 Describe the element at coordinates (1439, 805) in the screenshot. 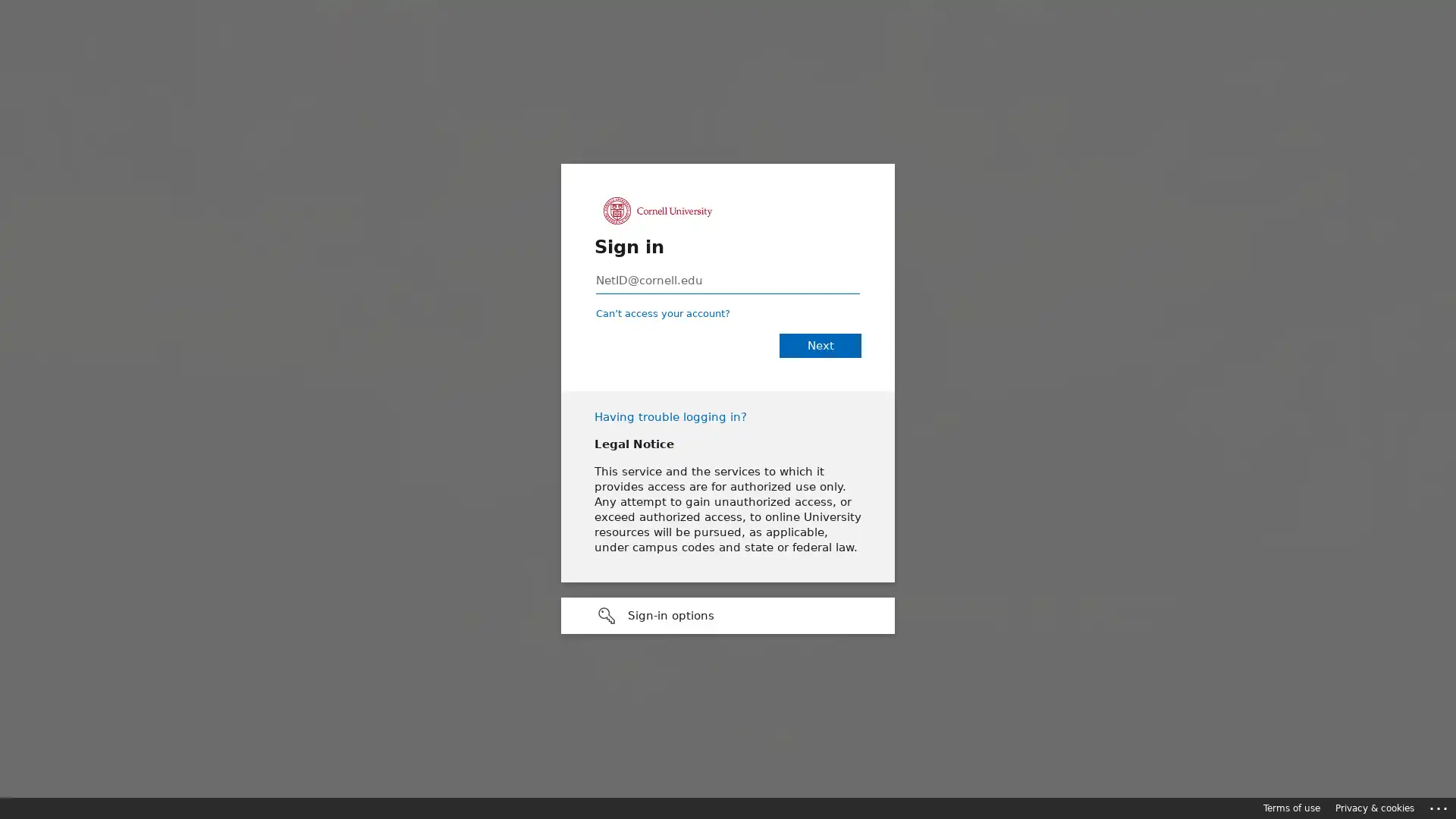

I see `Click here for troubleshooting information` at that location.